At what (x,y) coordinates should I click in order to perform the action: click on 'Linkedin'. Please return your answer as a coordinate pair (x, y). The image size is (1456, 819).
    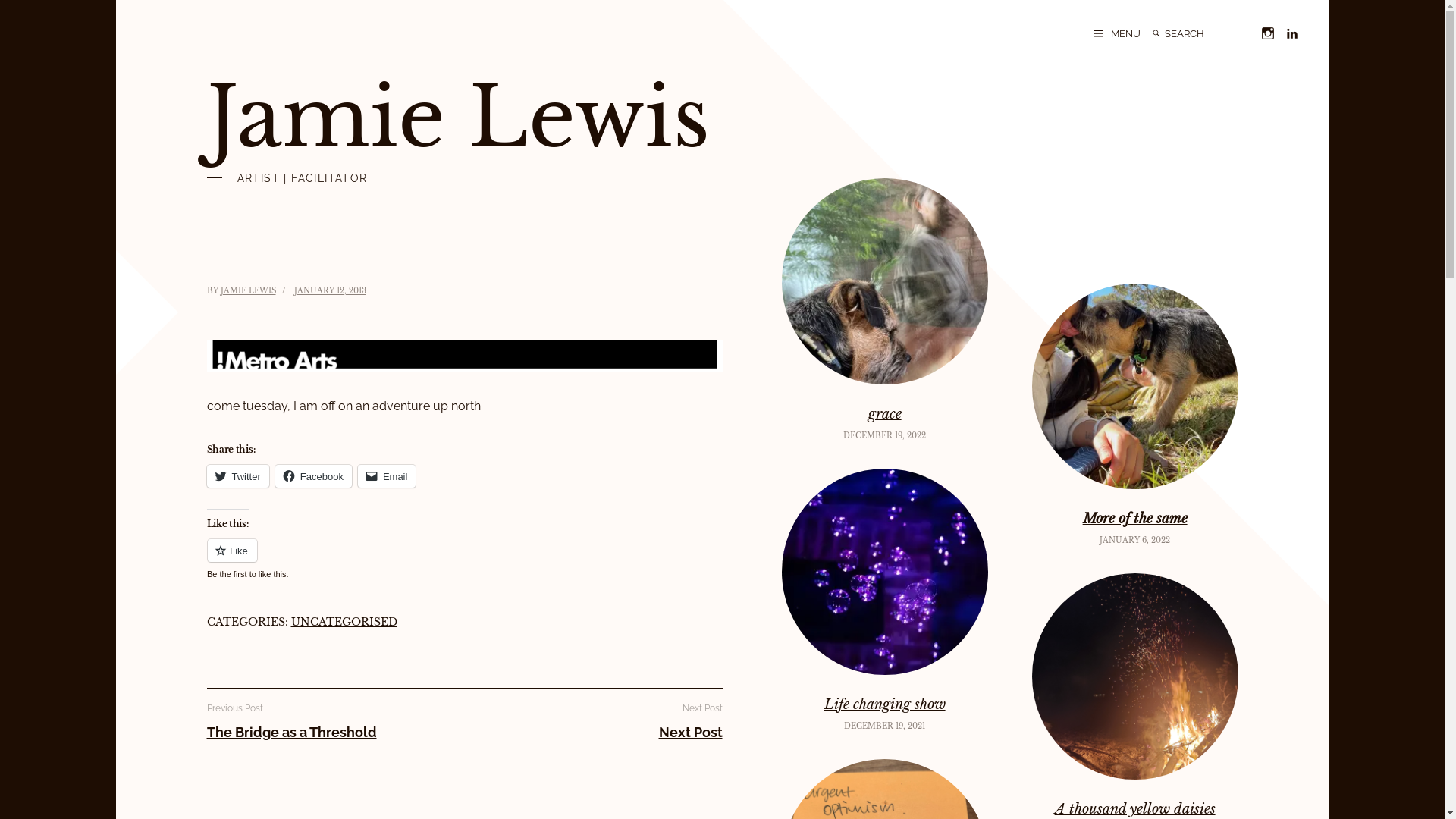
    Looking at the image, I should click on (1284, 32).